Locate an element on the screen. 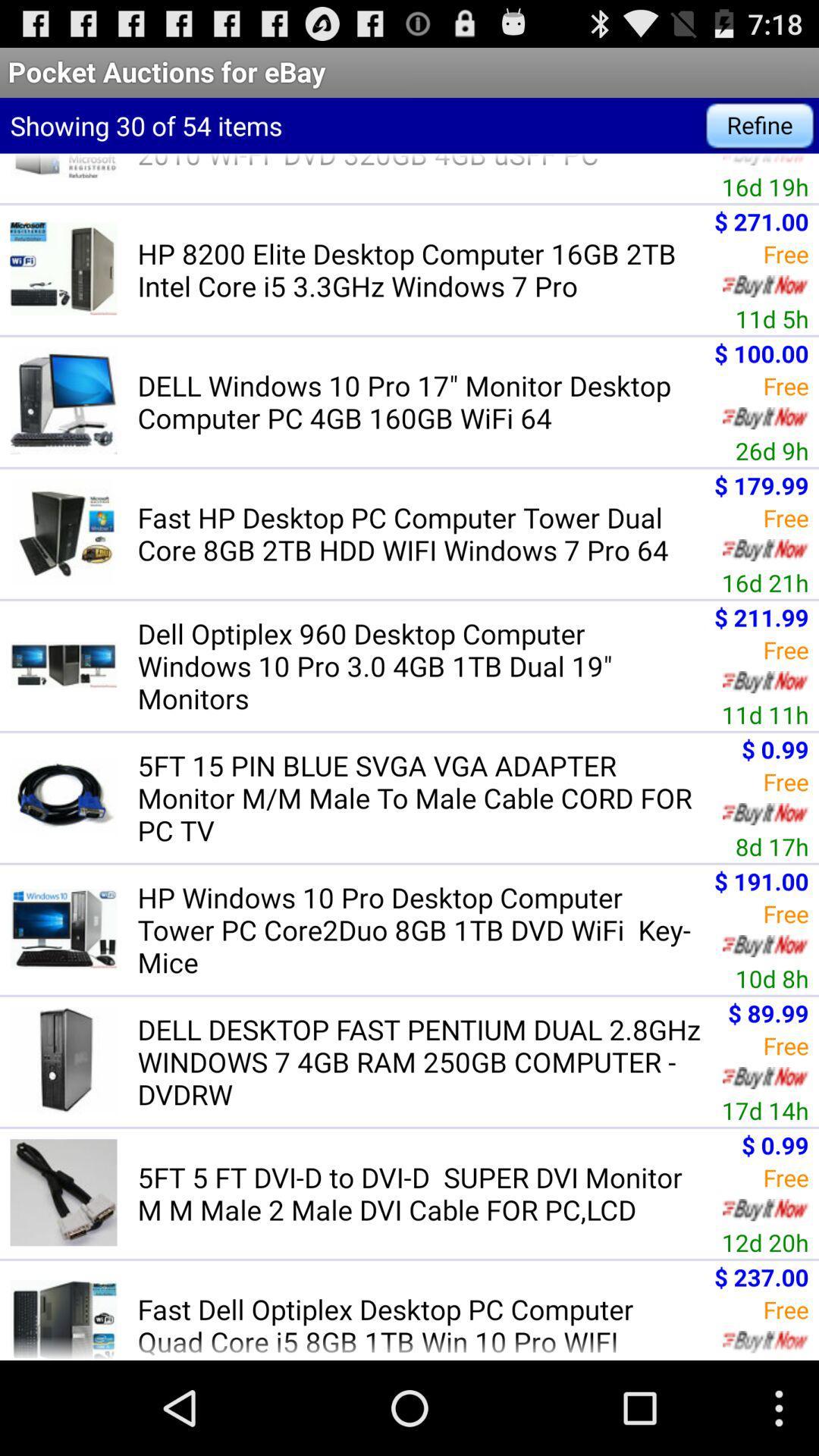  item to the right of showing 30 of is located at coordinates (760, 125).